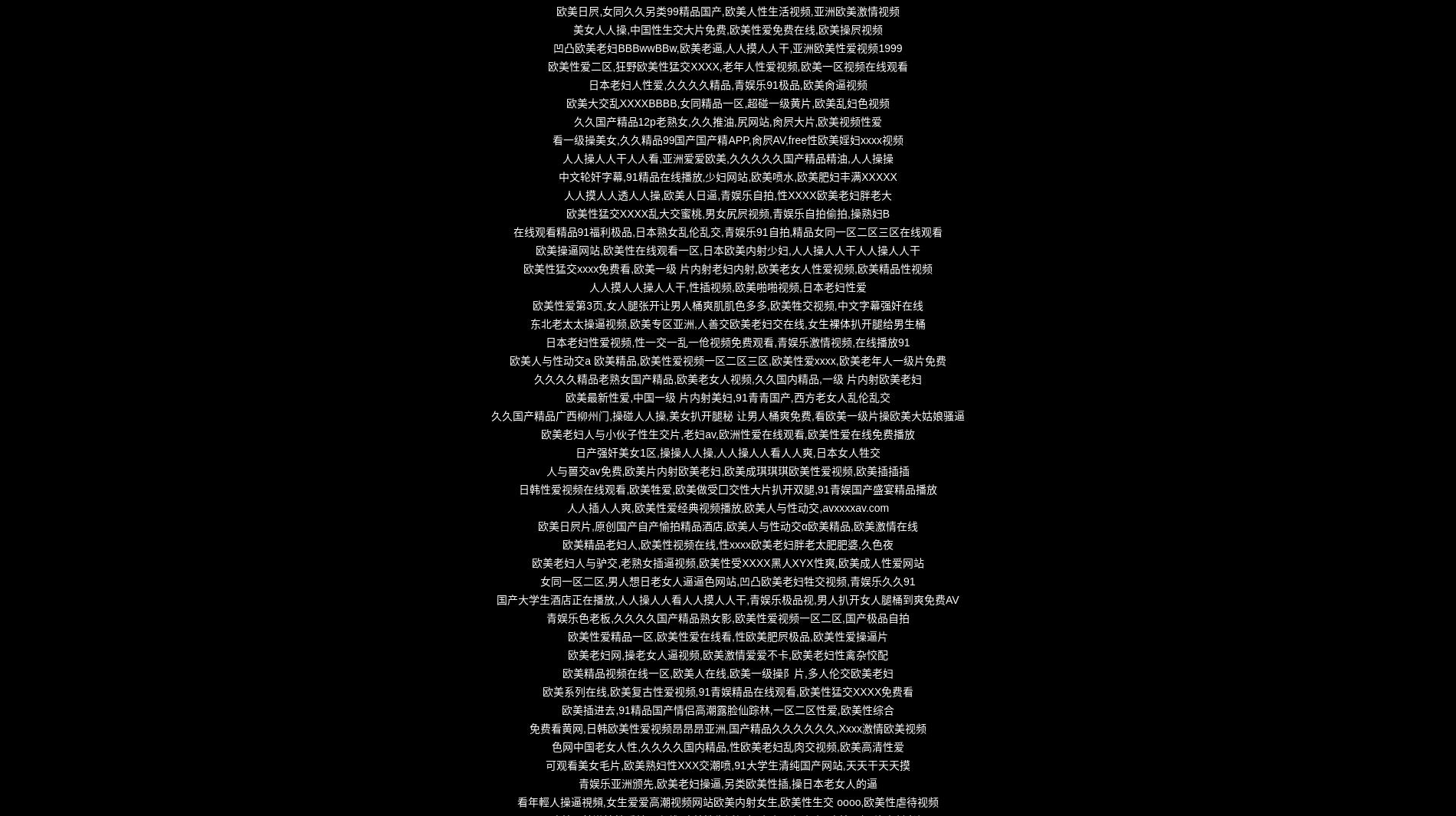  What do you see at coordinates (726, 213) in the screenshot?
I see `'欧美性猛交XXXX乱大交蜜桃,男女尻屄视频,青娱乐自拍偷拍,操熟妇B'` at bounding box center [726, 213].